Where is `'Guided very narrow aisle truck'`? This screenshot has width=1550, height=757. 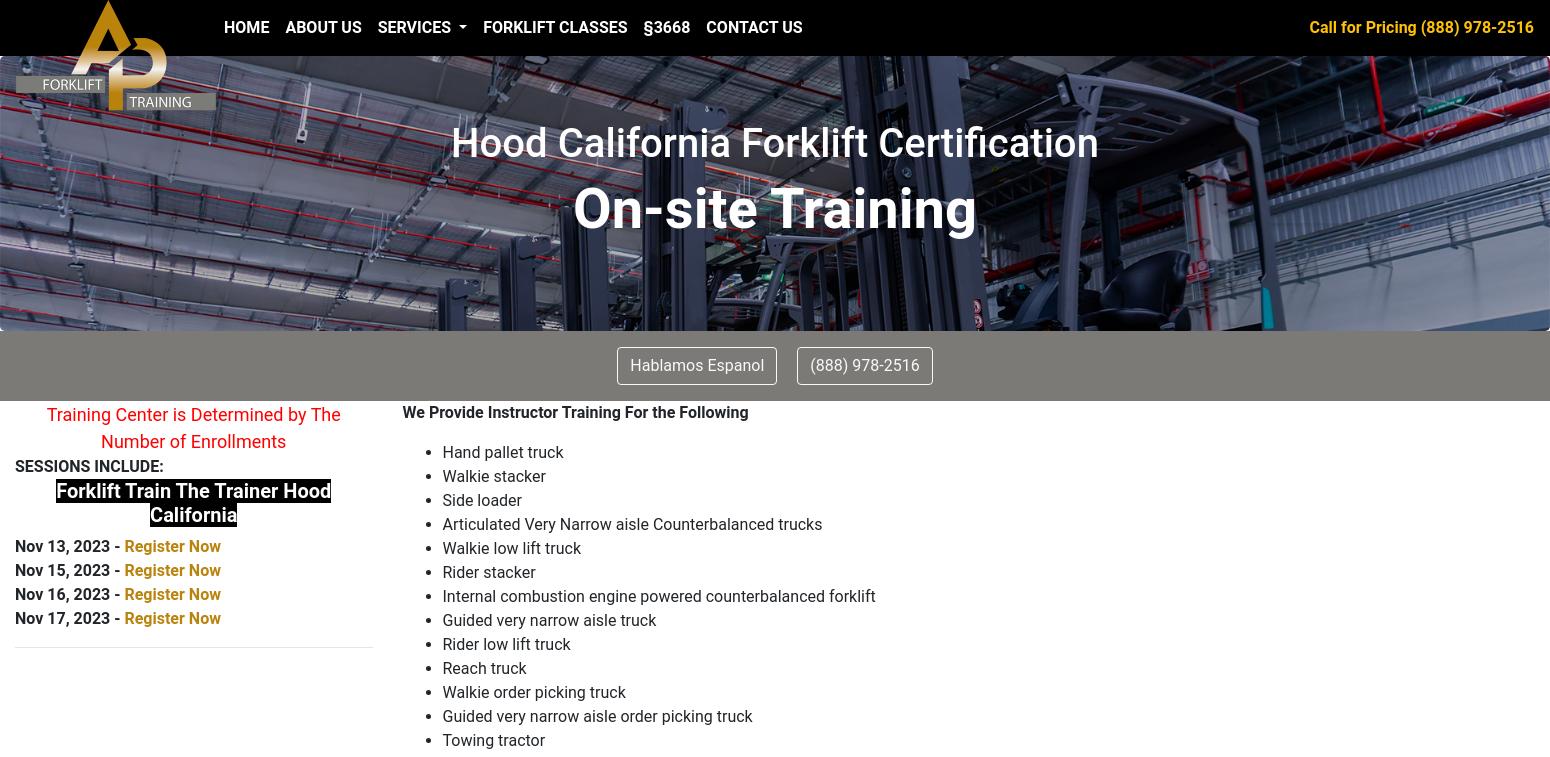
'Guided very narrow aisle truck' is located at coordinates (549, 620).